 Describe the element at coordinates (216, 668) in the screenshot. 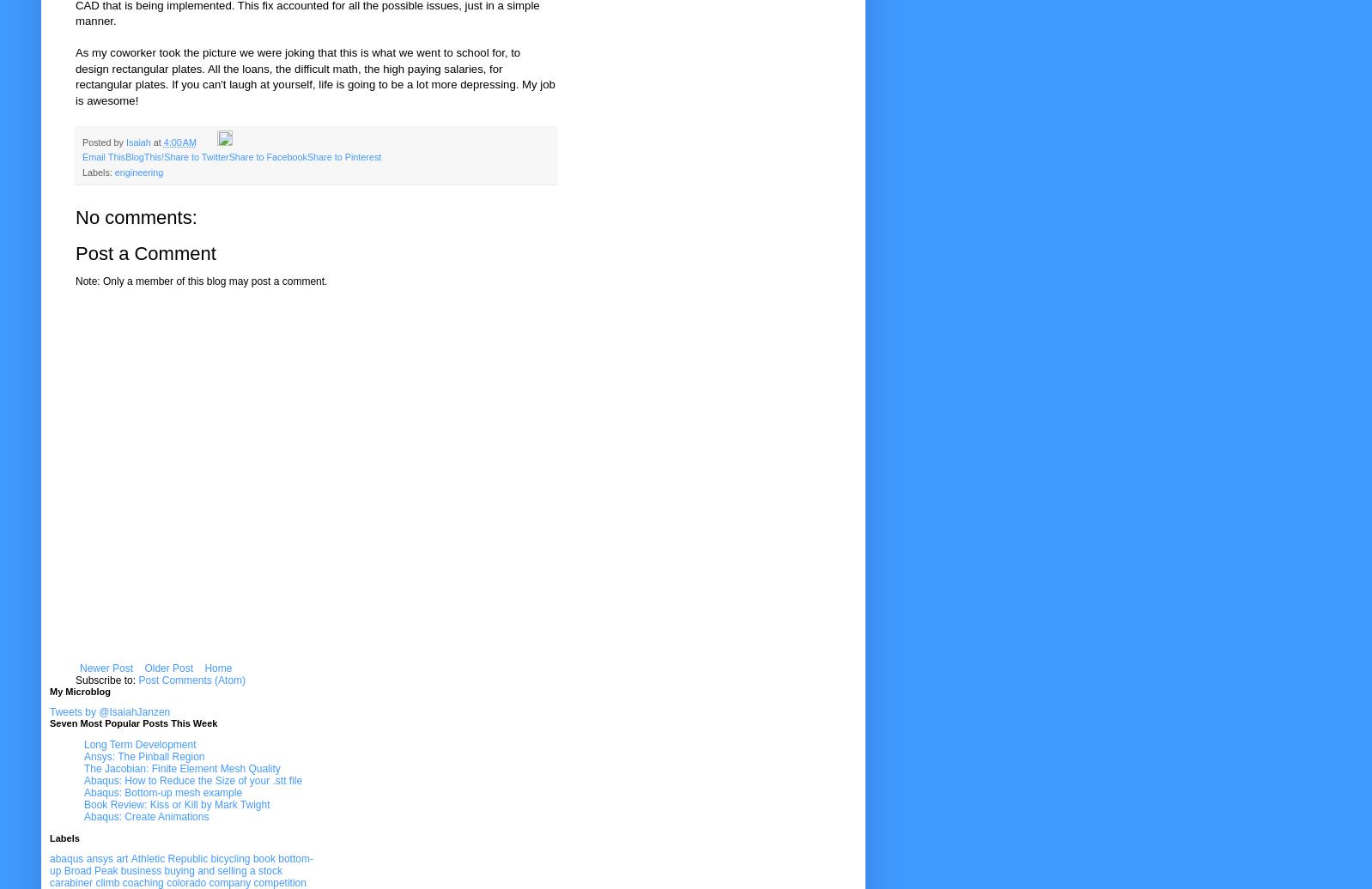

I see `'Home'` at that location.